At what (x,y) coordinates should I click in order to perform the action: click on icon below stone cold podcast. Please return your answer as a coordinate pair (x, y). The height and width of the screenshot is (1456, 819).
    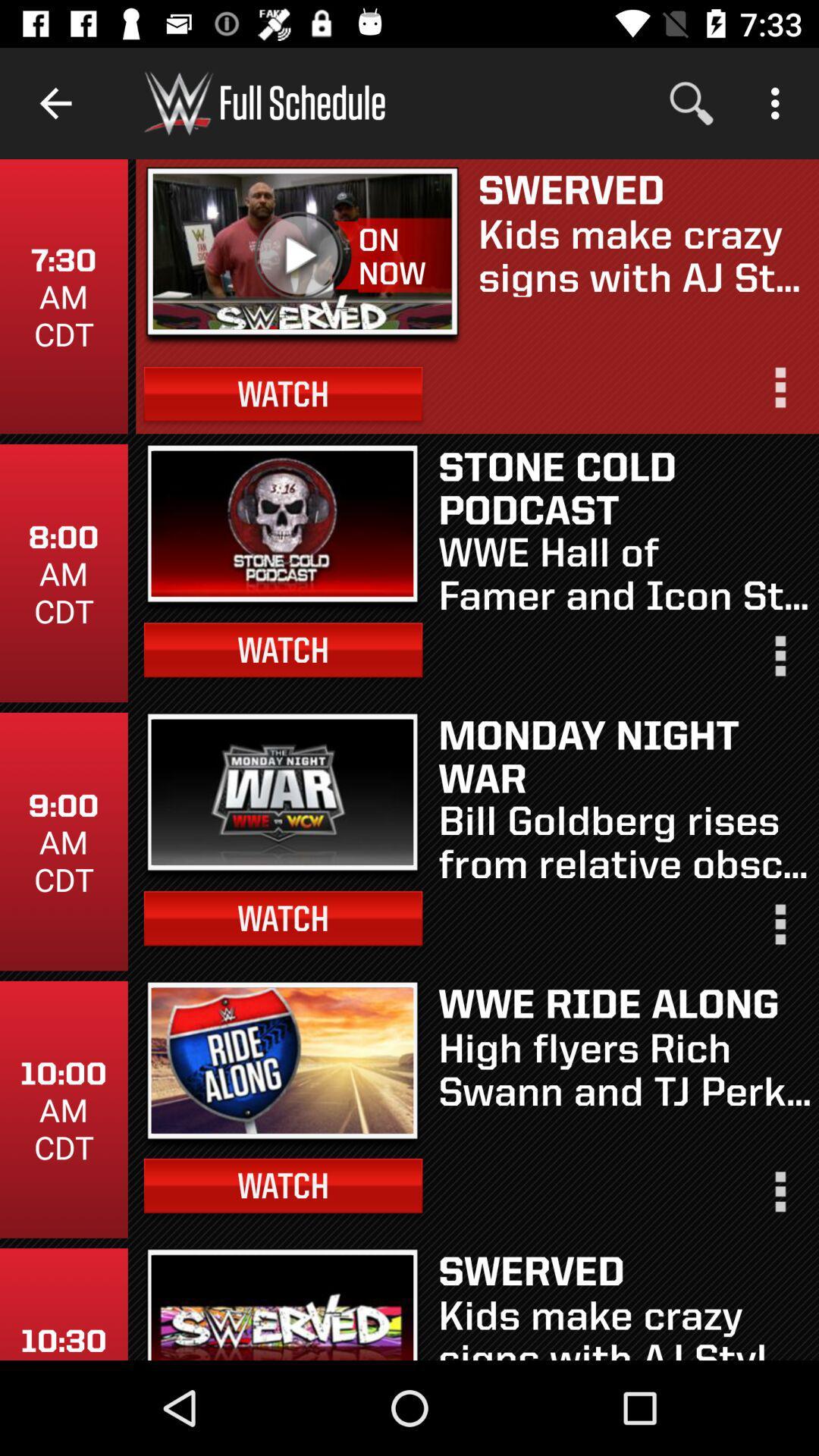
    Looking at the image, I should click on (624, 571).